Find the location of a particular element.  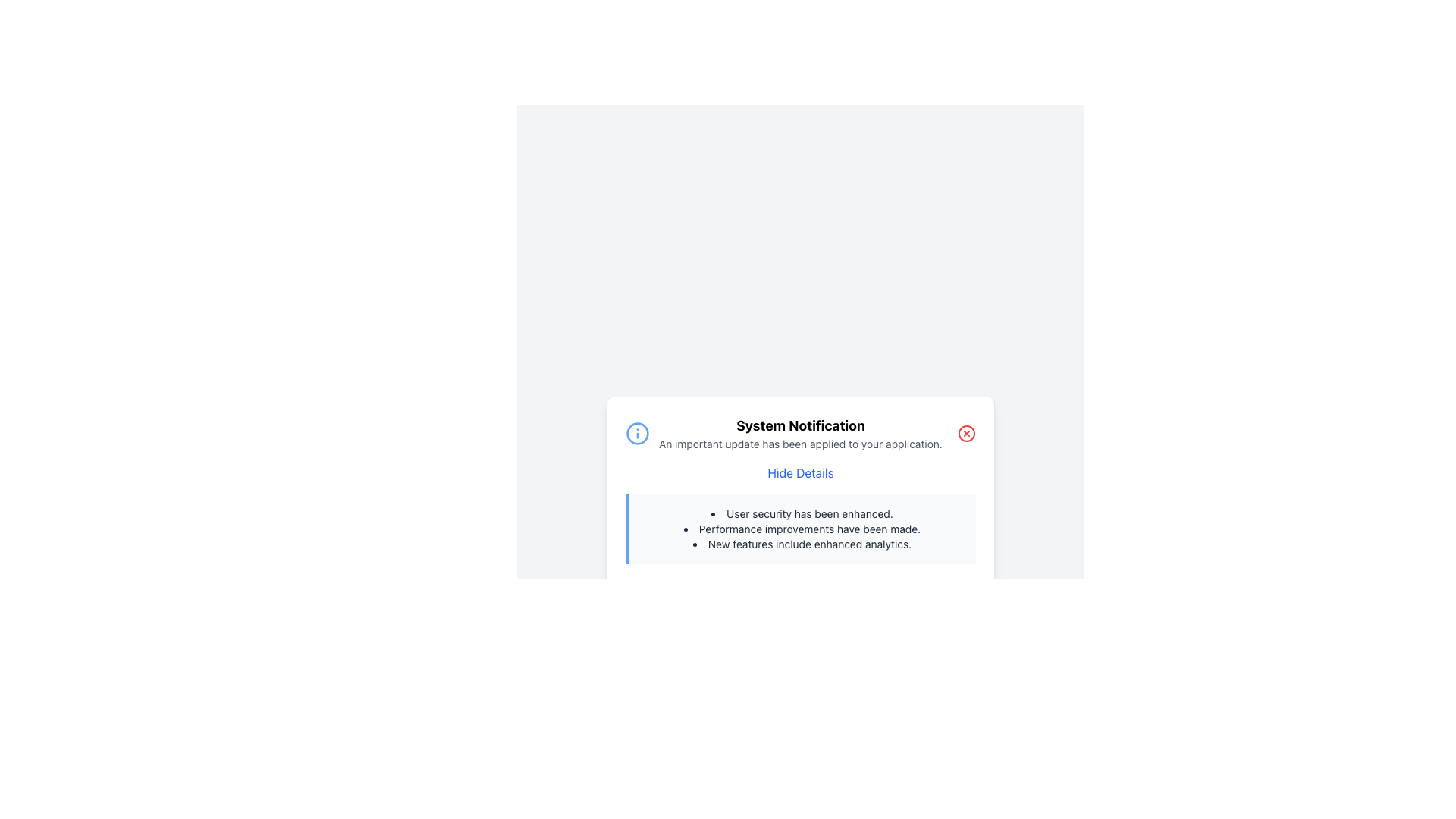

the text element that reads 'Performance improvements have been made.' which is the second item in a bulleted list within the 'System Notification' dialog is located at coordinates (801, 529).